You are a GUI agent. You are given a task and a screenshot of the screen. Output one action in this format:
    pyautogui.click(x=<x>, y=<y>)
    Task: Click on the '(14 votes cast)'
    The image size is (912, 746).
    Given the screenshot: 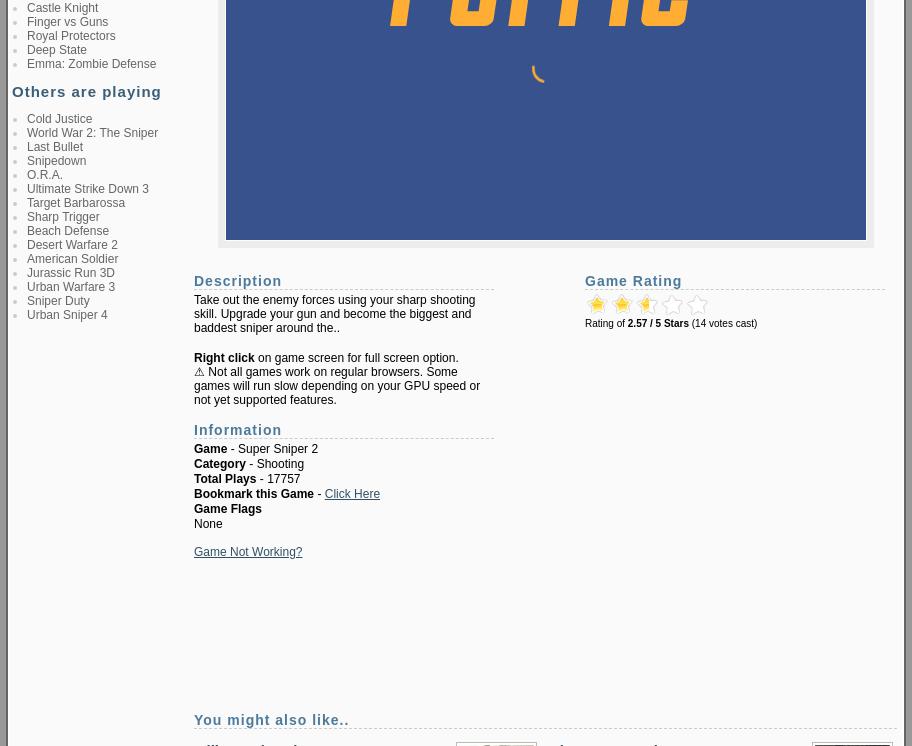 What is the action you would take?
    pyautogui.click(x=722, y=323)
    